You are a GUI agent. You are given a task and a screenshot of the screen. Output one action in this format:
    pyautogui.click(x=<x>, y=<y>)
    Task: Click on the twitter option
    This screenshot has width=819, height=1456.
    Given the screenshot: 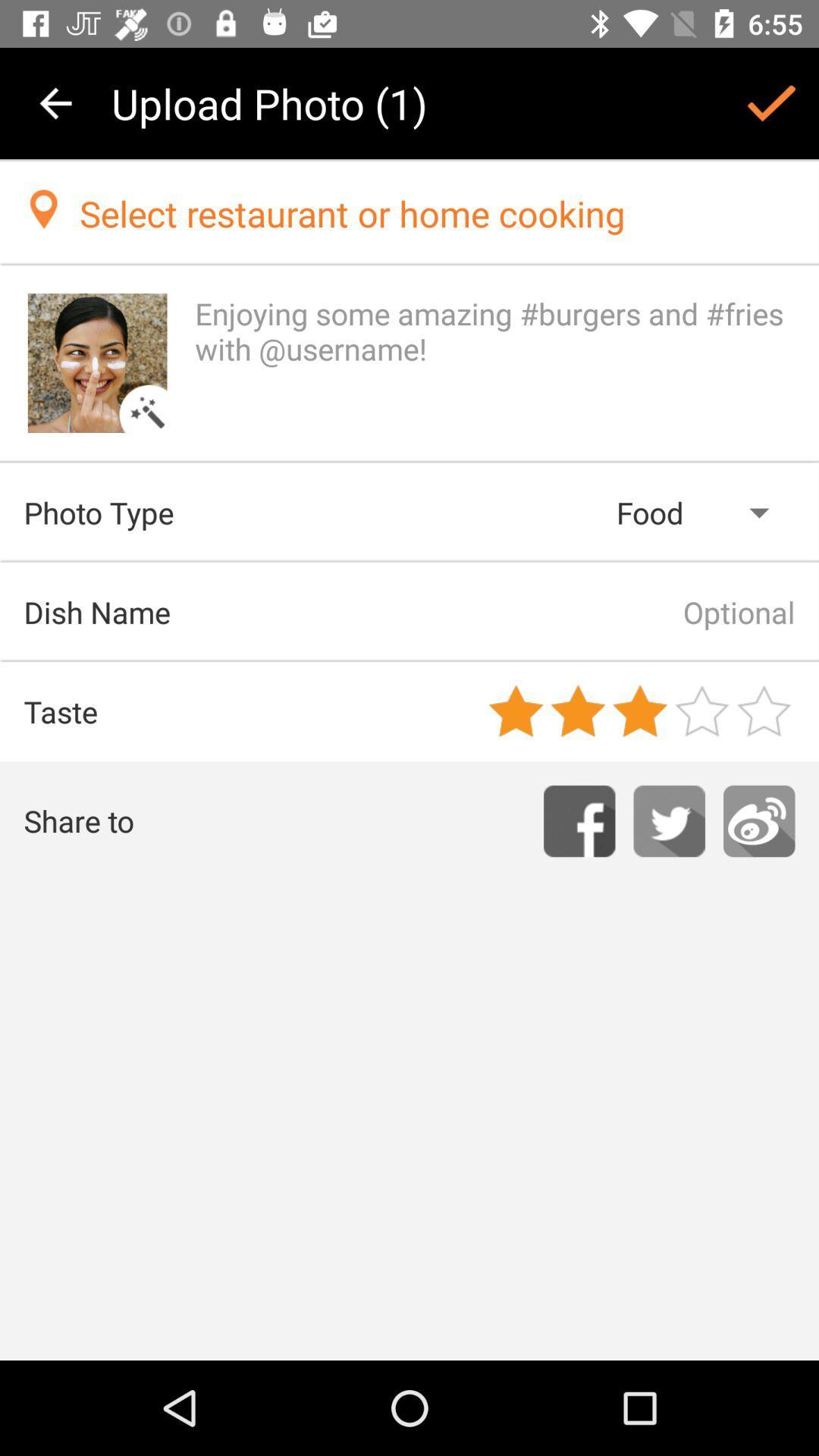 What is the action you would take?
    pyautogui.click(x=668, y=821)
    